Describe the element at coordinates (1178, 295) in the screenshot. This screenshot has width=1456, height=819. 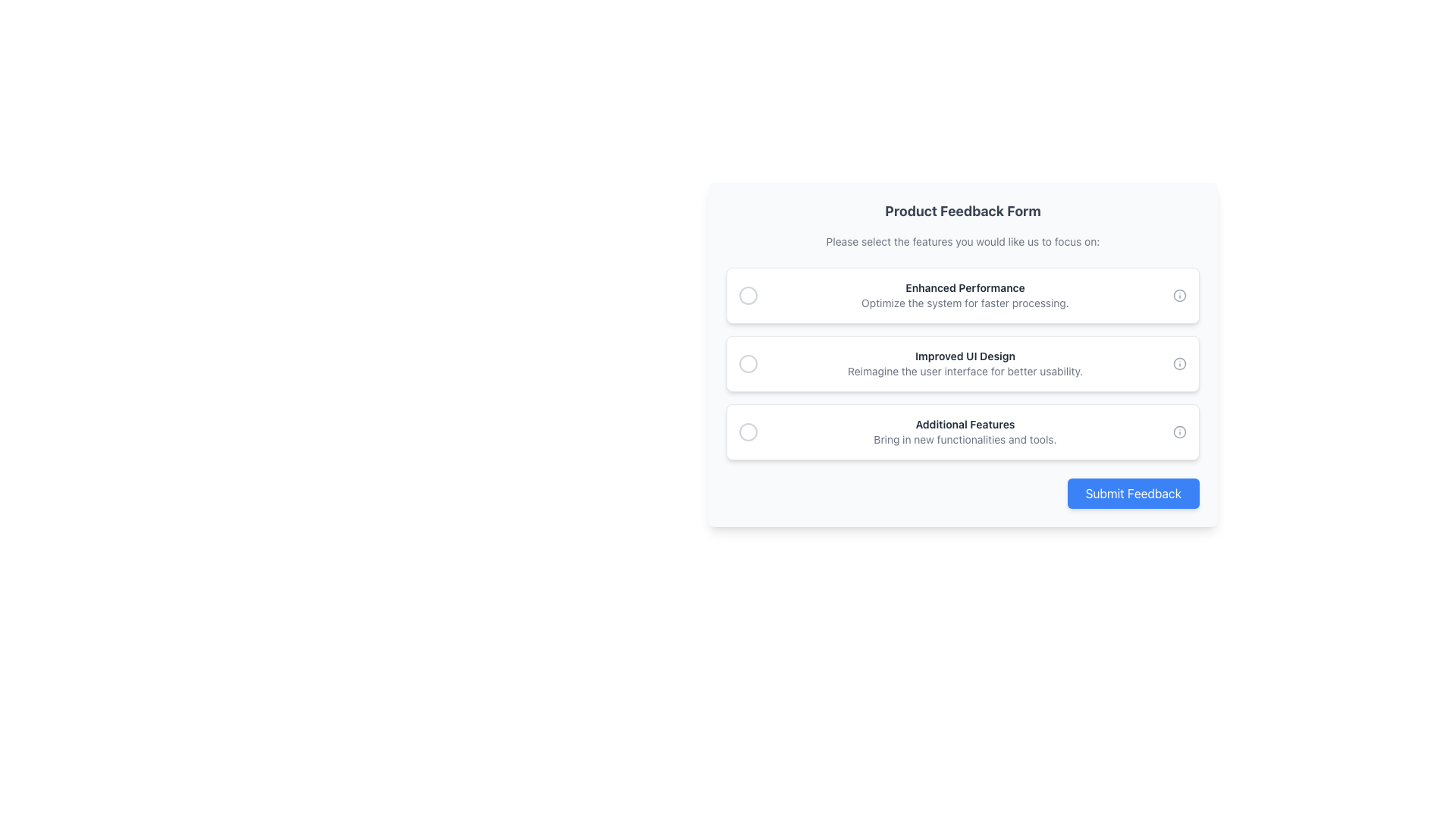
I see `the informational icon located at the end of the 'Enhanced Performance' text block in the feedback selection card` at that location.